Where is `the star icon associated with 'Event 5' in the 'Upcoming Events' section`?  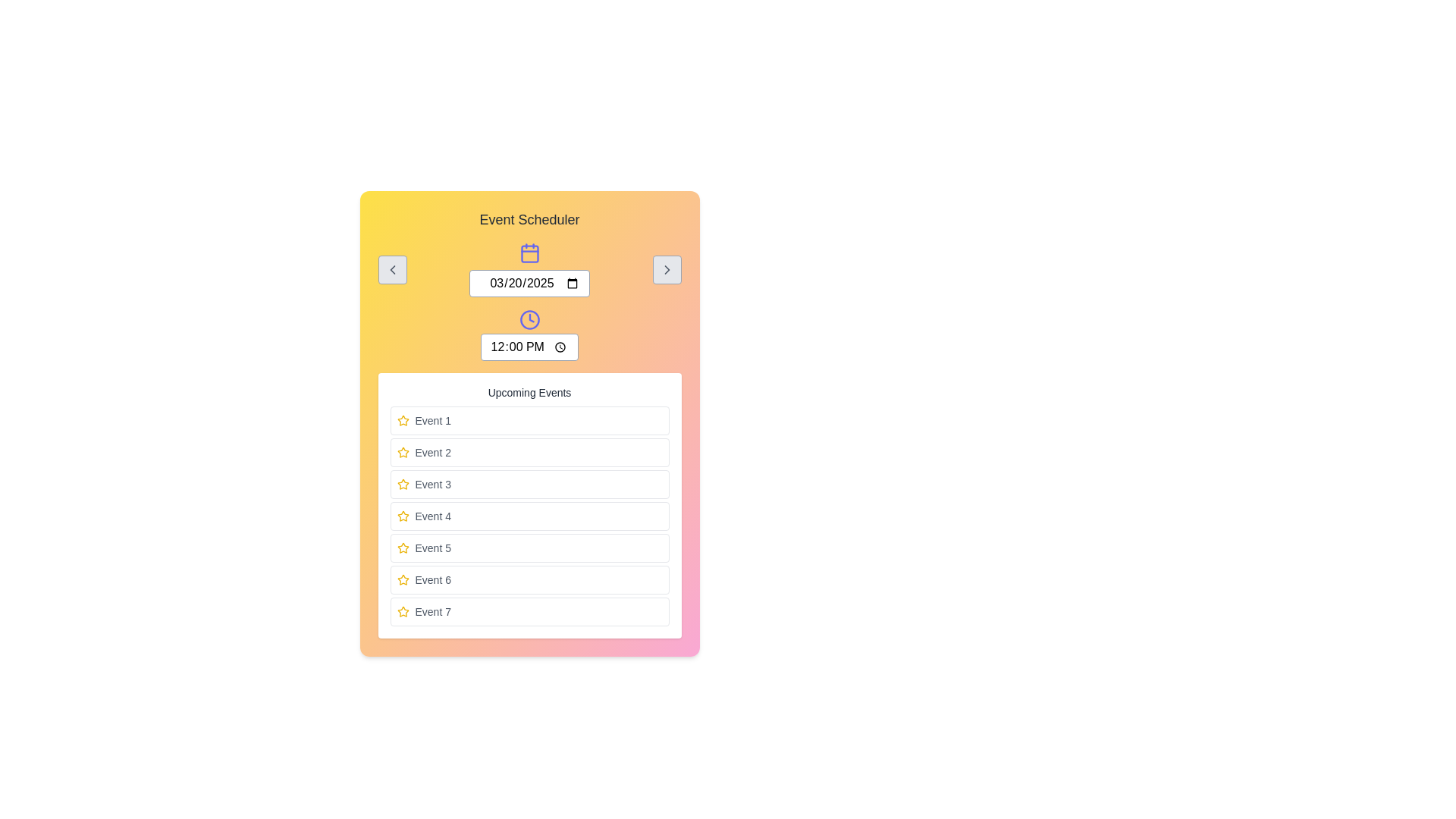 the star icon associated with 'Event 5' in the 'Upcoming Events' section is located at coordinates (403, 548).